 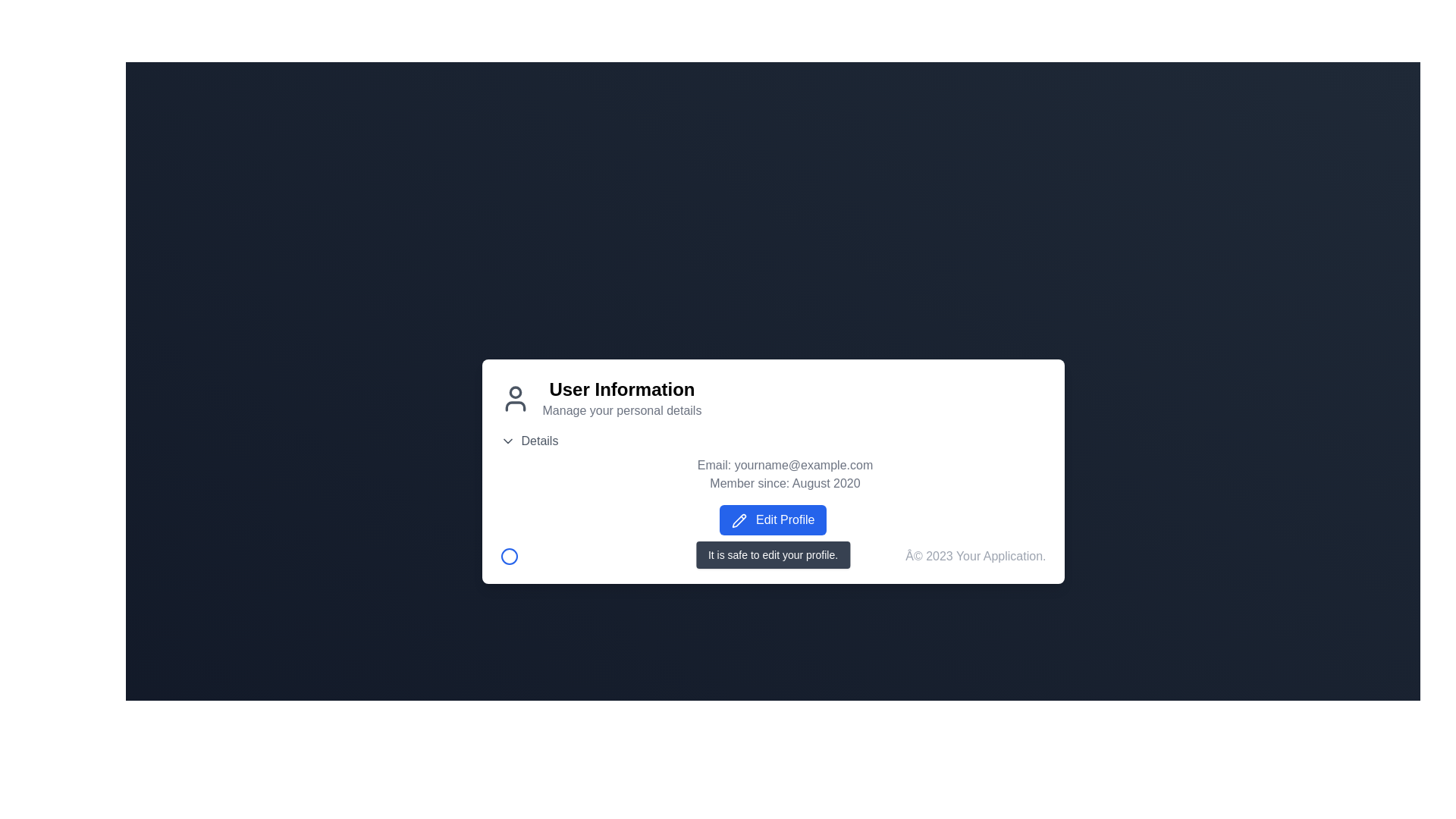 What do you see at coordinates (739, 519) in the screenshot?
I see `the small blue pencil icon that is part of the 'Edit Profile' button located at the bottom-middle of the content box` at bounding box center [739, 519].